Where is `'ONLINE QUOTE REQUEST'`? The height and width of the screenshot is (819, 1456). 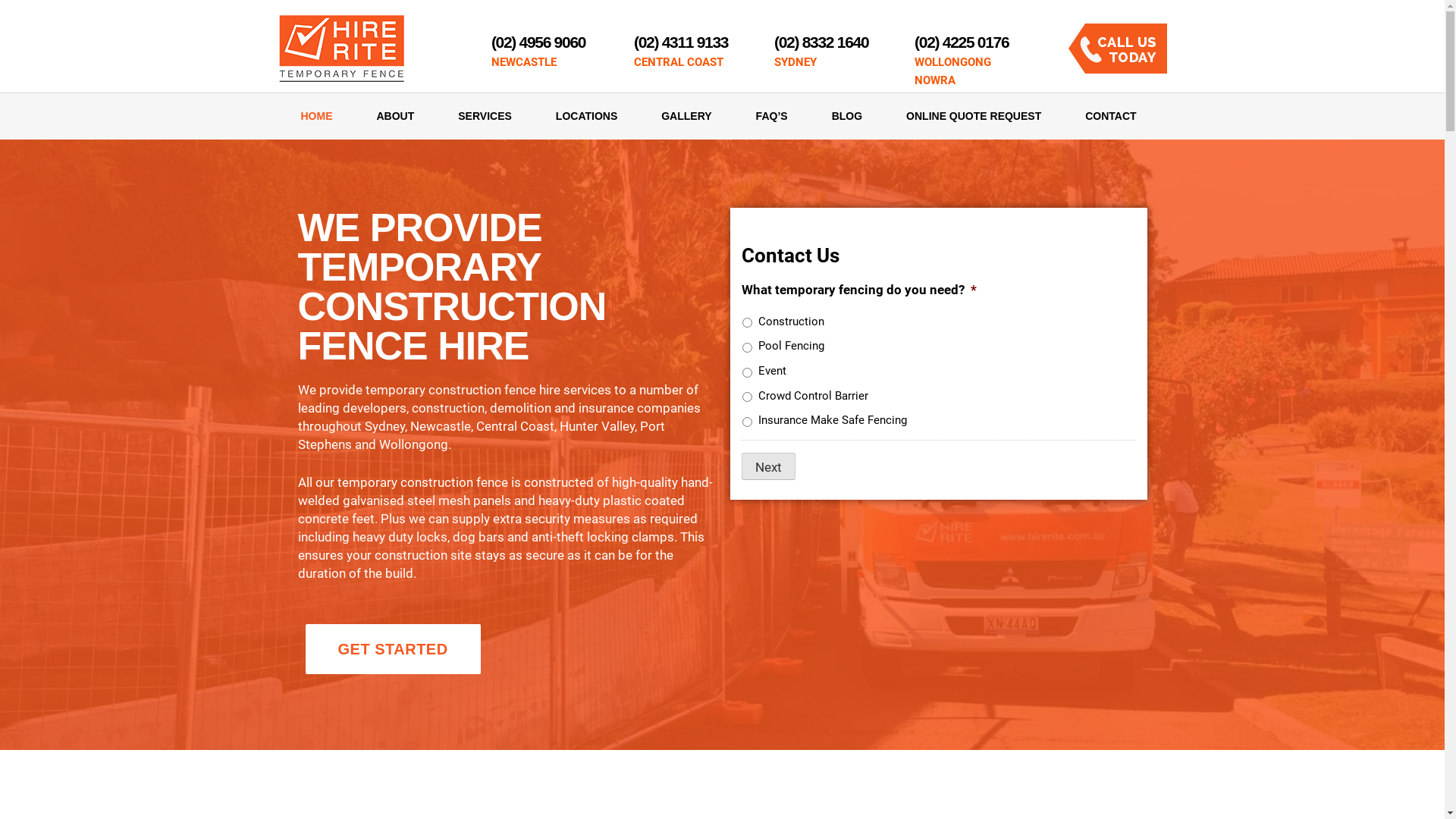
'ONLINE QUOTE REQUEST' is located at coordinates (973, 115).